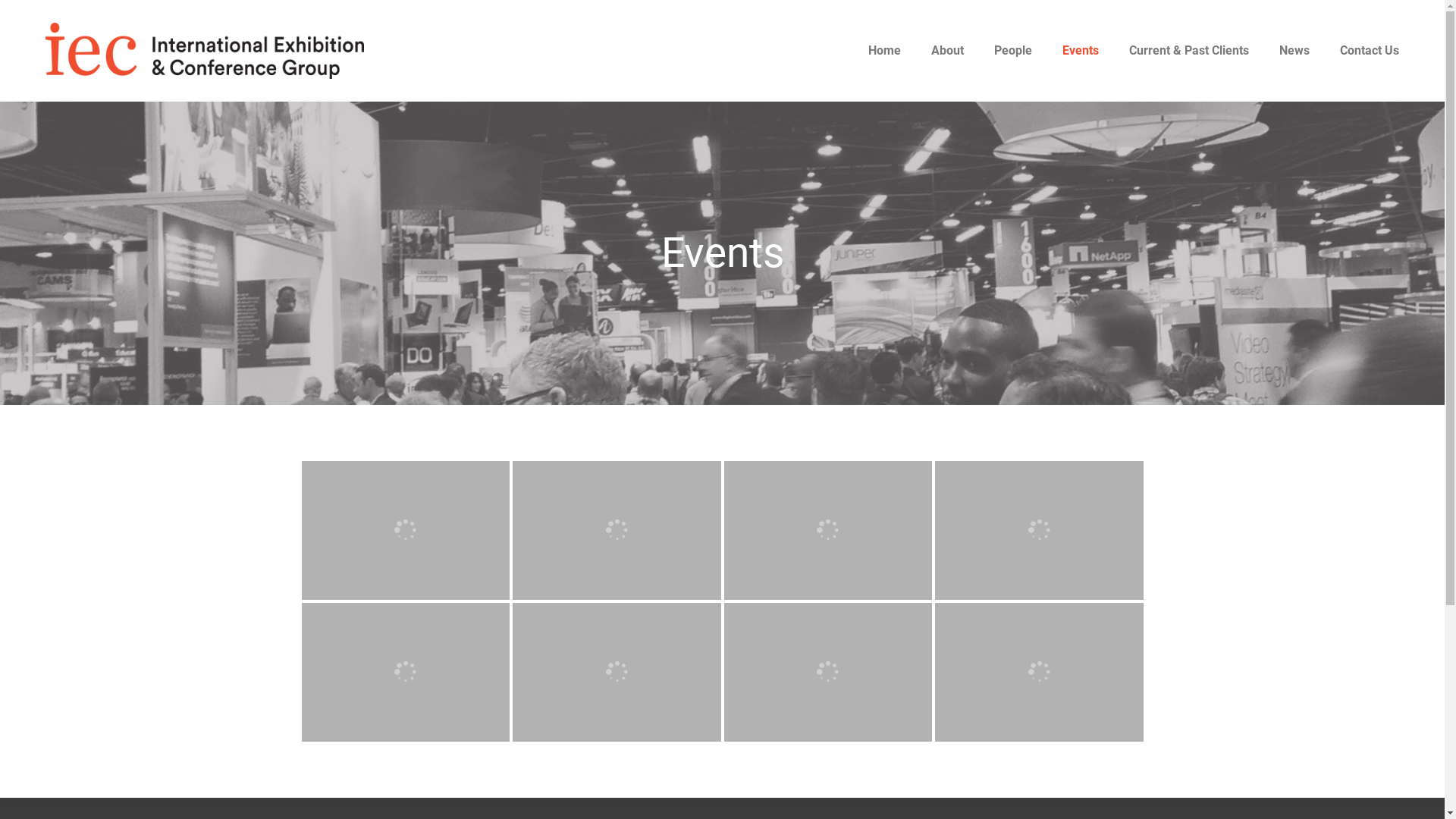 The image size is (1456, 819). What do you see at coordinates (1294, 49) in the screenshot?
I see `'News'` at bounding box center [1294, 49].